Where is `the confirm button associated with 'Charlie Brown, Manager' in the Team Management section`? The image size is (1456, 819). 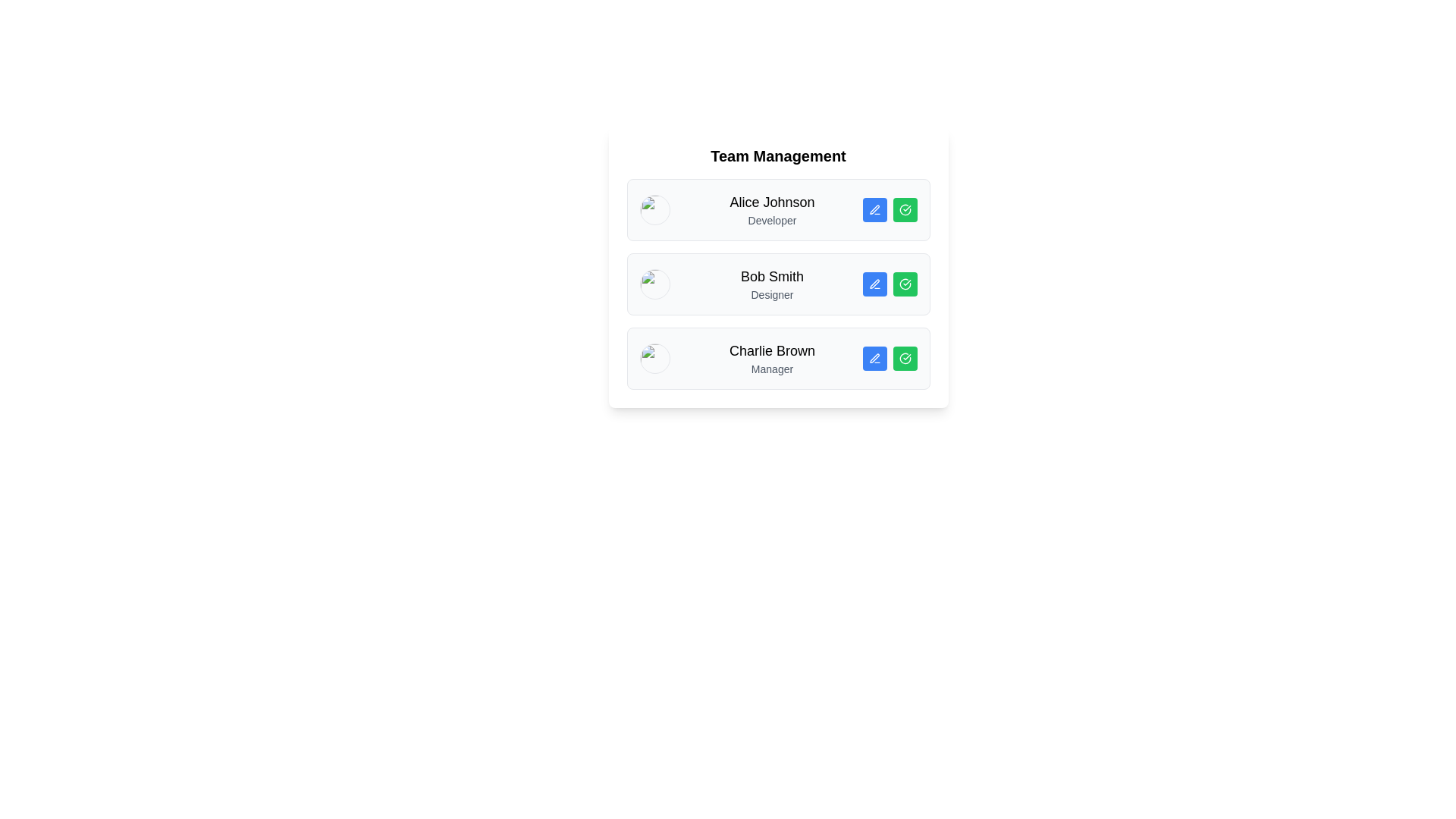 the confirm button associated with 'Charlie Brown, Manager' in the Team Management section is located at coordinates (905, 359).